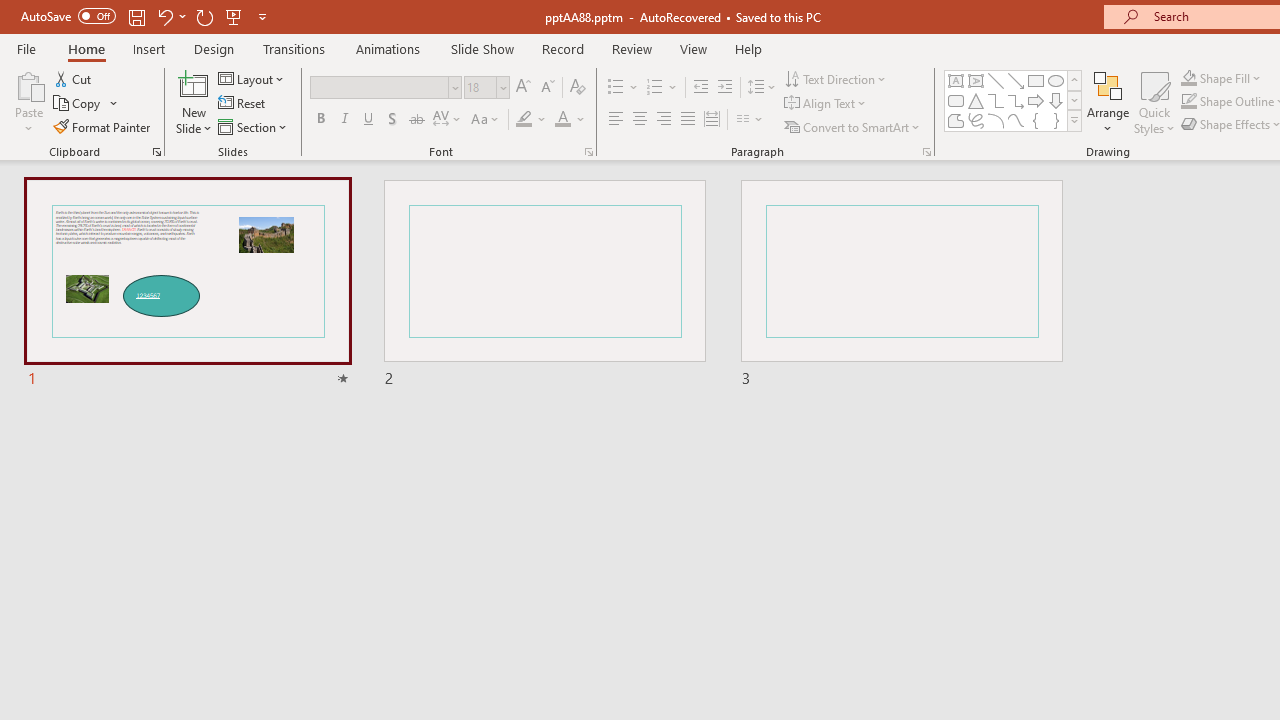 This screenshot has width=1280, height=720. I want to click on 'Freeform: Scribble', so click(976, 120).